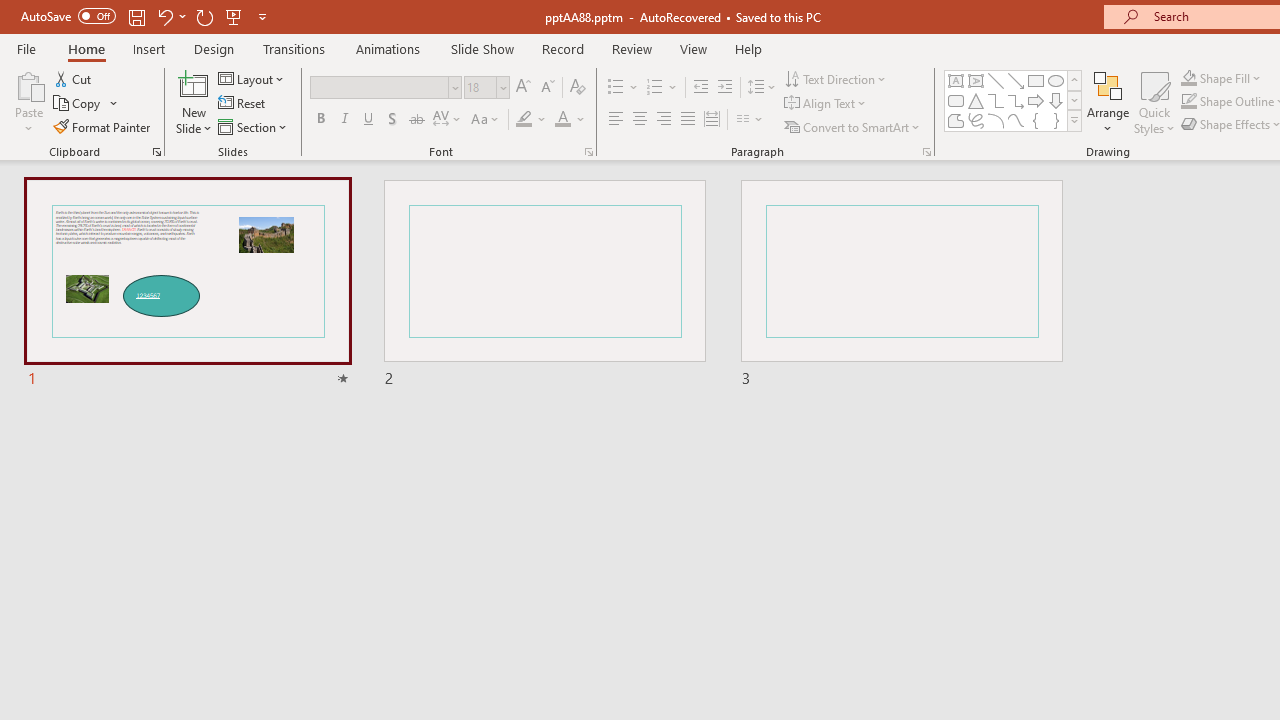 This screenshot has width=1280, height=720. I want to click on 'Freeform: Scribble', so click(976, 120).